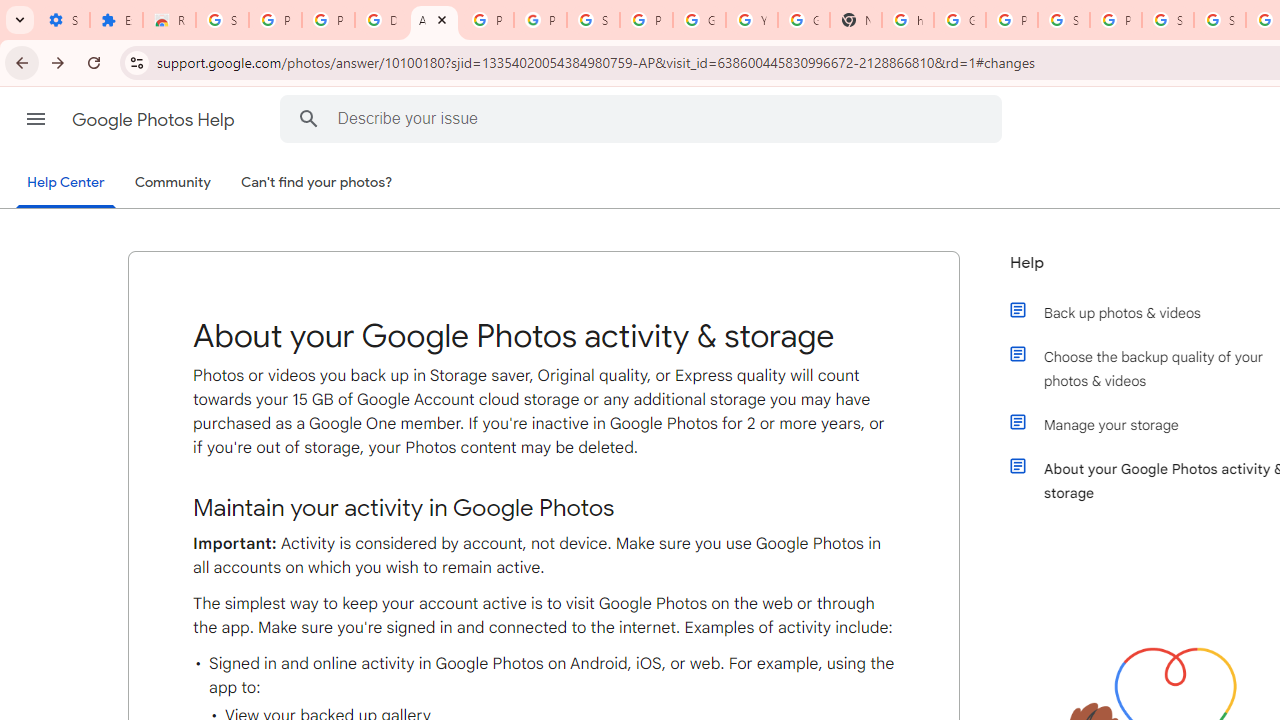 Image resolution: width=1280 pixels, height=720 pixels. Describe the element at coordinates (751, 20) in the screenshot. I see `'YouTube'` at that location.